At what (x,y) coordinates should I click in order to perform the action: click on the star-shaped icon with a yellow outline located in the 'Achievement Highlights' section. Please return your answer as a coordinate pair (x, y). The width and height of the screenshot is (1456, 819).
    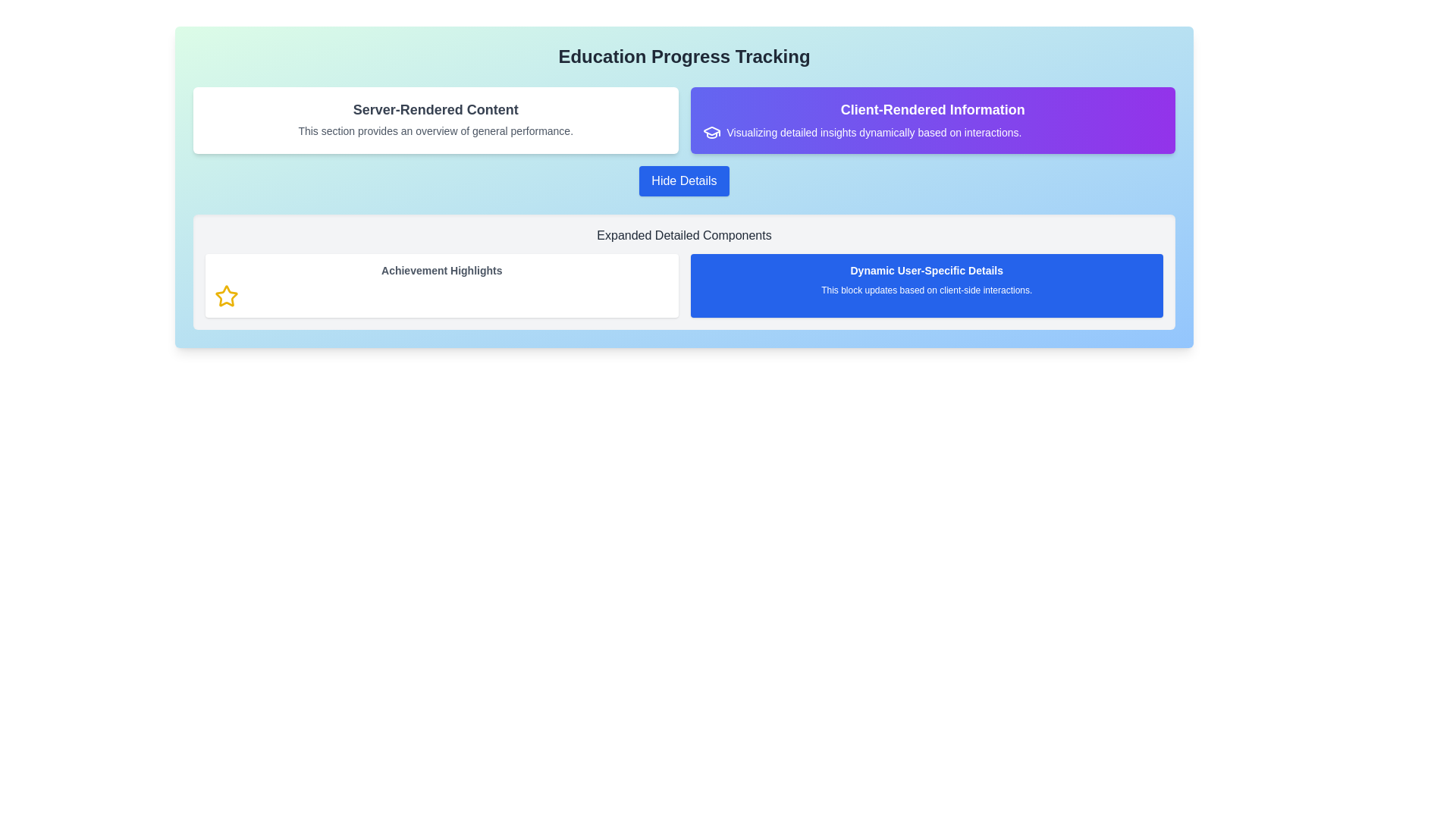
    Looking at the image, I should click on (225, 296).